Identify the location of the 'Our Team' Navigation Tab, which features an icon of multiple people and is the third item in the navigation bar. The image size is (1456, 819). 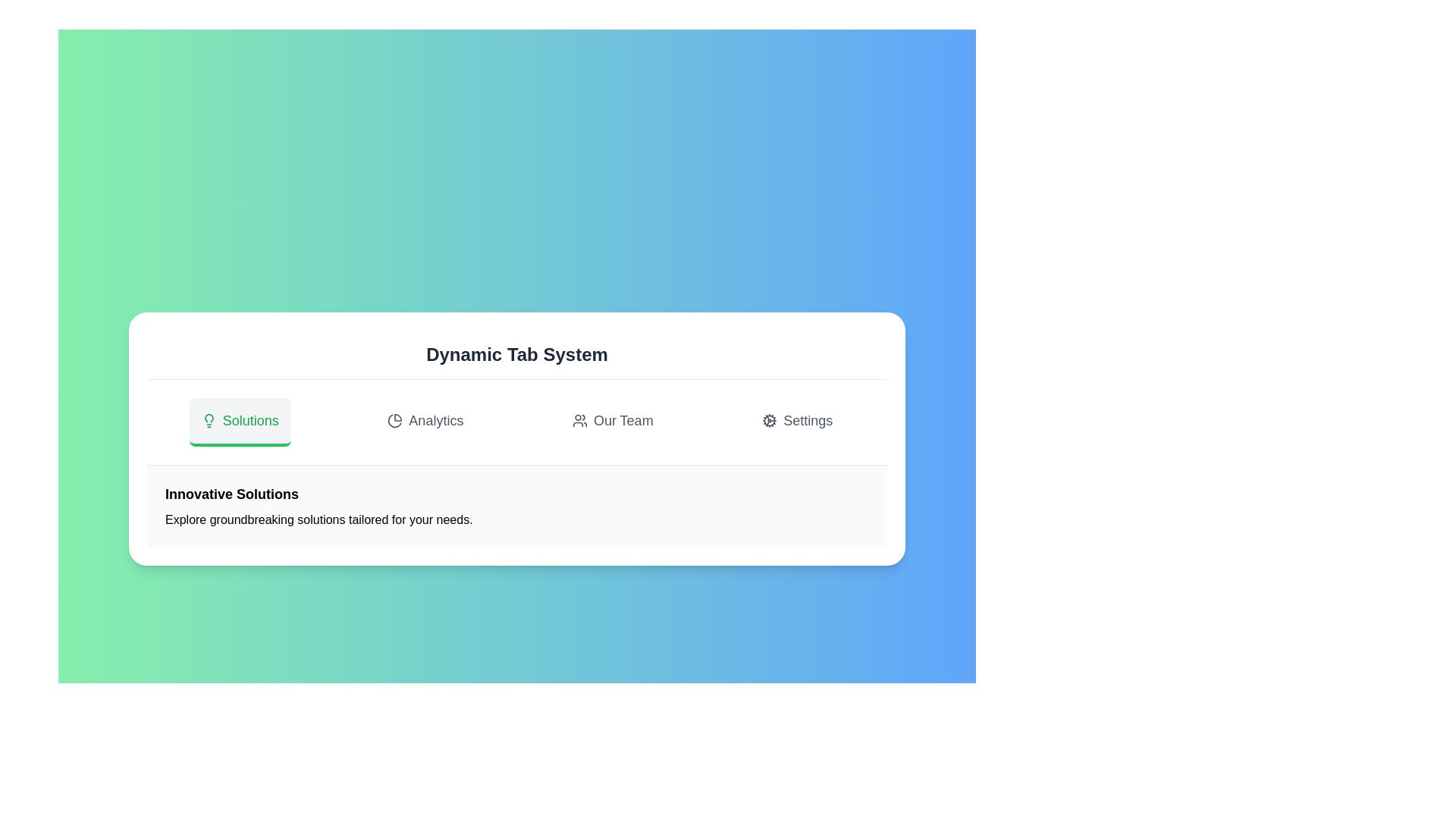
(613, 422).